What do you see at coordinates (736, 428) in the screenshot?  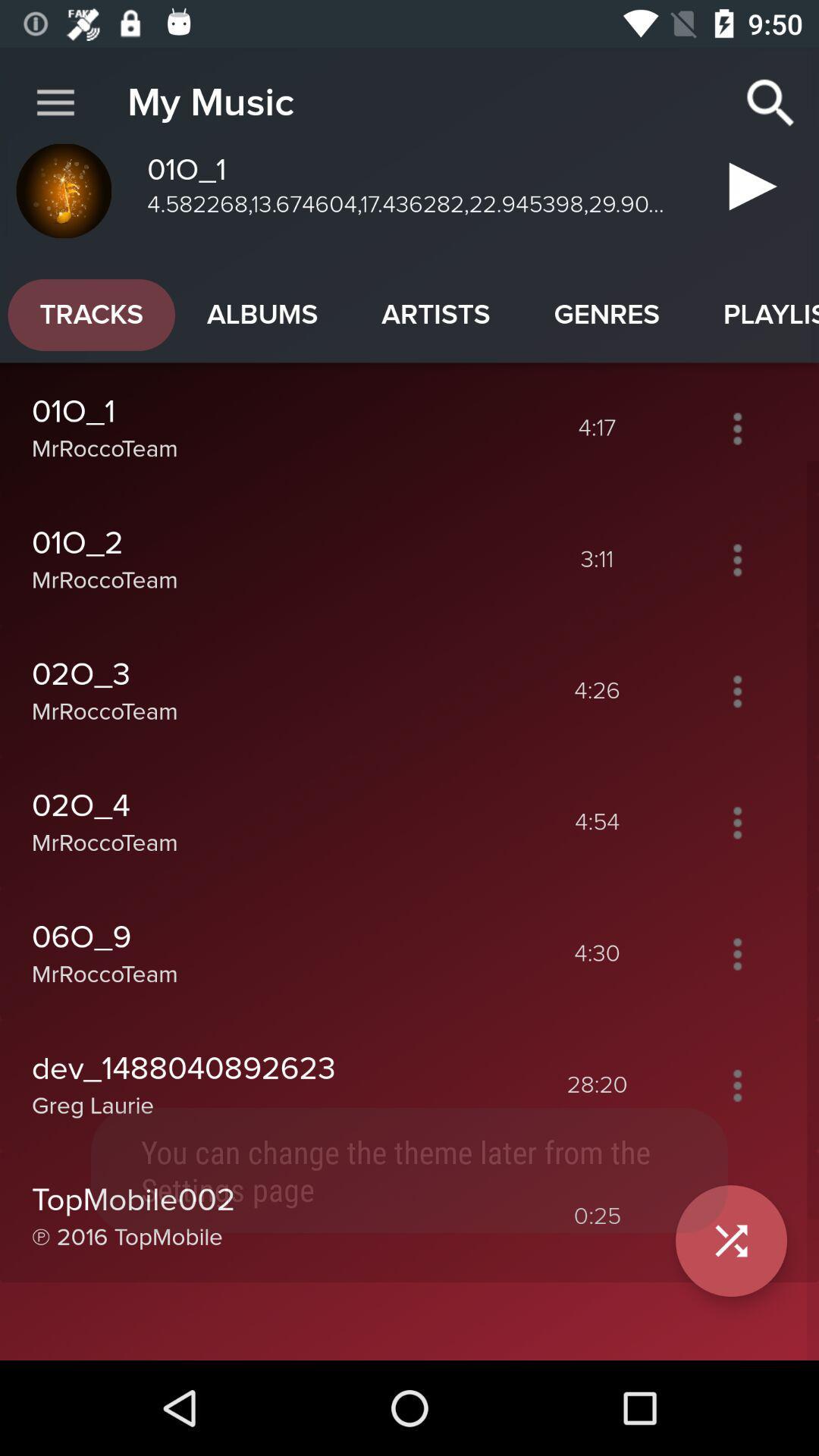 I see `more track options` at bounding box center [736, 428].